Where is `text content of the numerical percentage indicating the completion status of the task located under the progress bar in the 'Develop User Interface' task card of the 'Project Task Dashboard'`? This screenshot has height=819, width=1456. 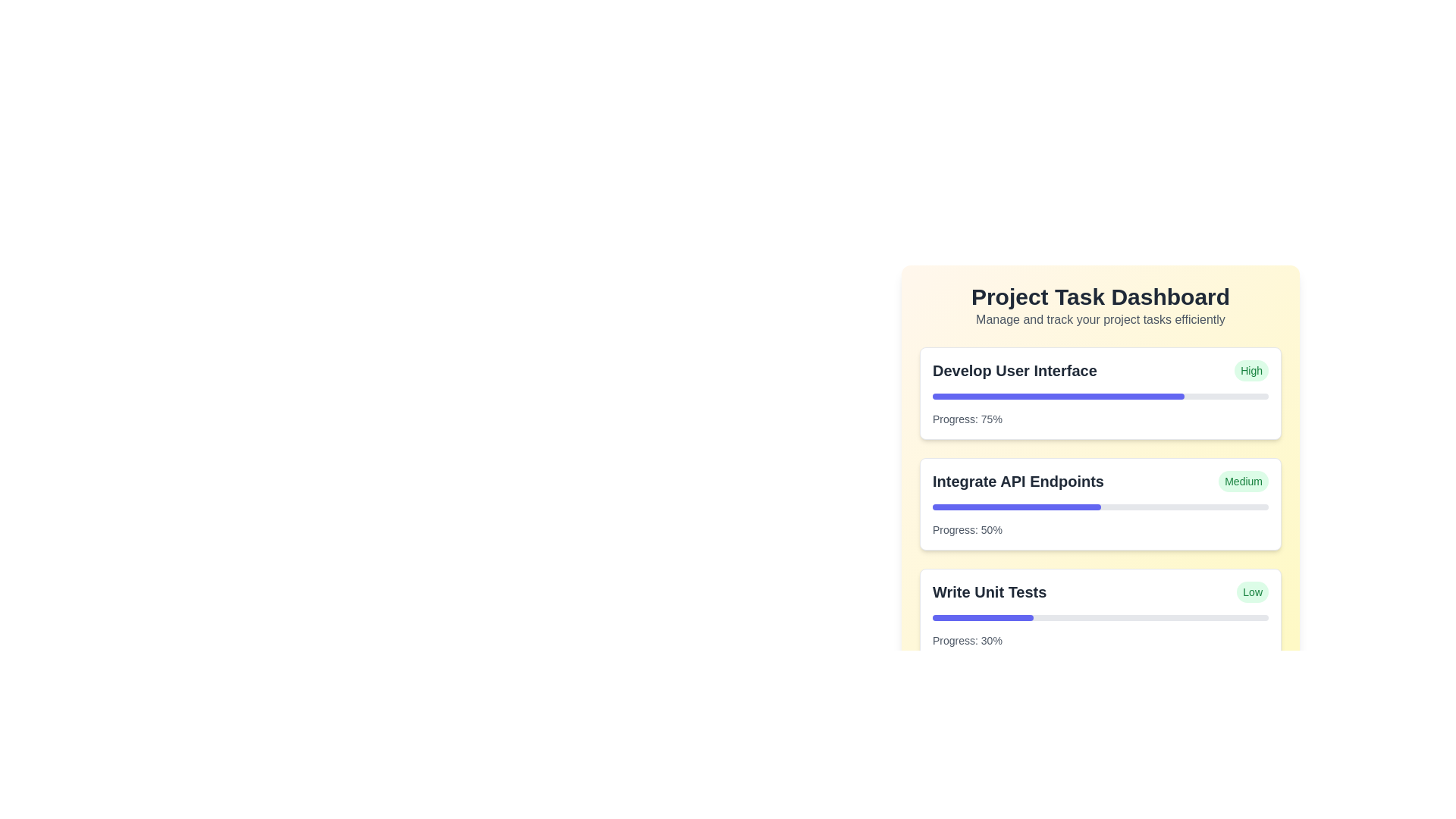 text content of the numerical percentage indicating the completion status of the task located under the progress bar in the 'Develop User Interface' task card of the 'Project Task Dashboard' is located at coordinates (966, 419).